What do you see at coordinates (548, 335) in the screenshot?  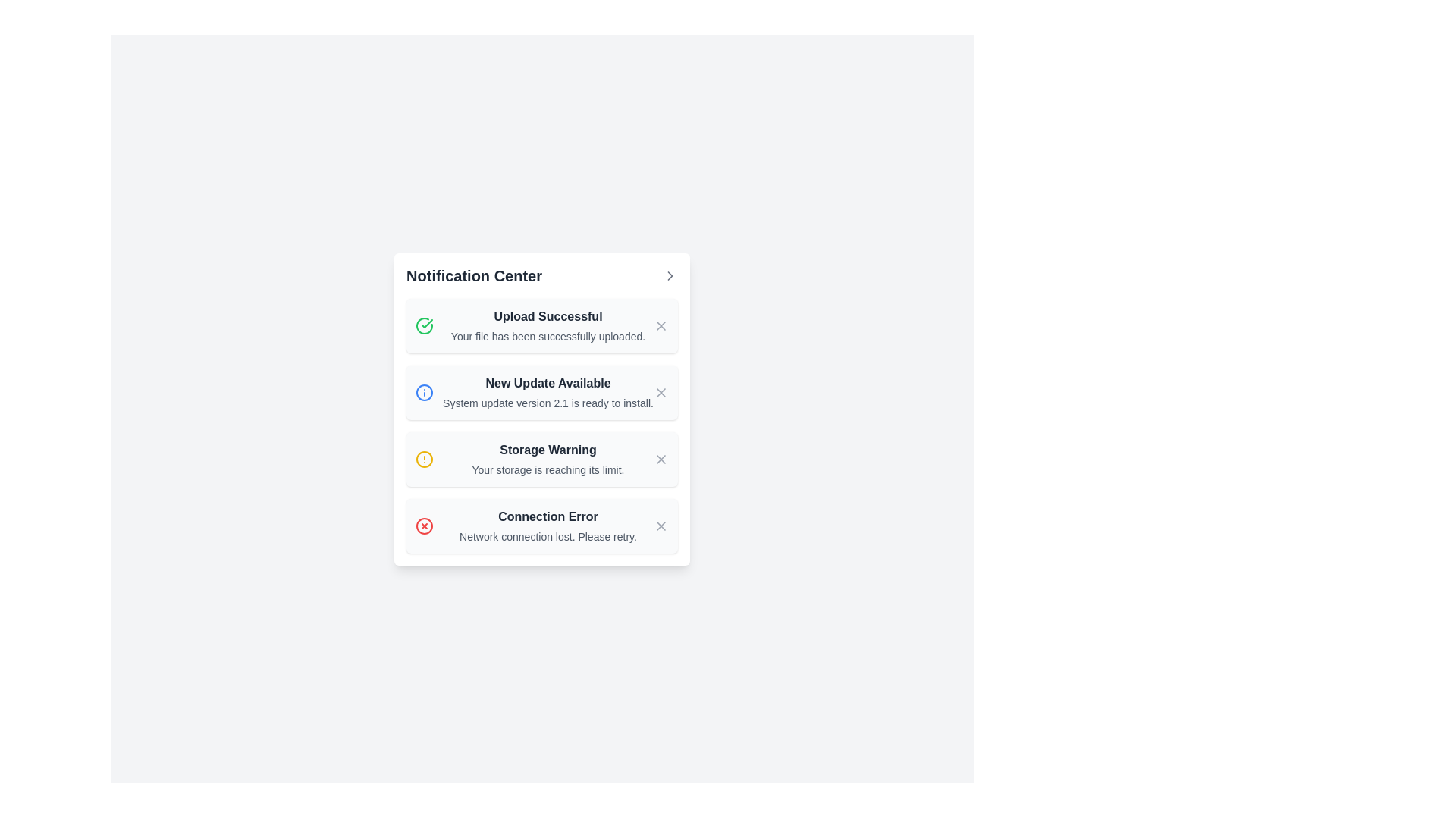 I see `the text label stating 'Your file has been successfully uploaded.', which is styled in light gray and positioned below the 'Upload Successful' title in the notification center` at bounding box center [548, 335].